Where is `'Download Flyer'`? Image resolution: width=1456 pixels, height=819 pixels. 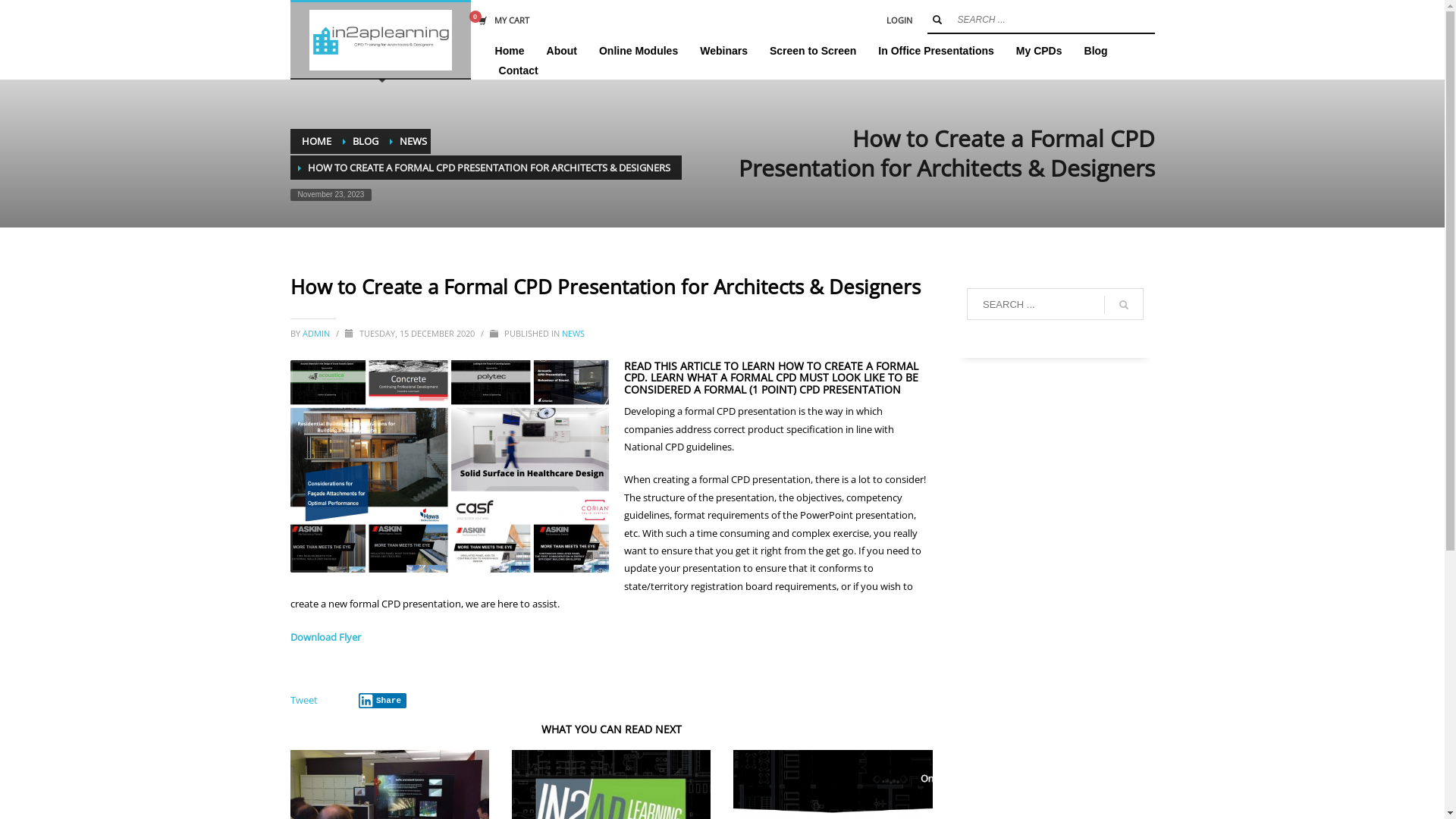
'Download Flyer' is located at coordinates (324, 637).